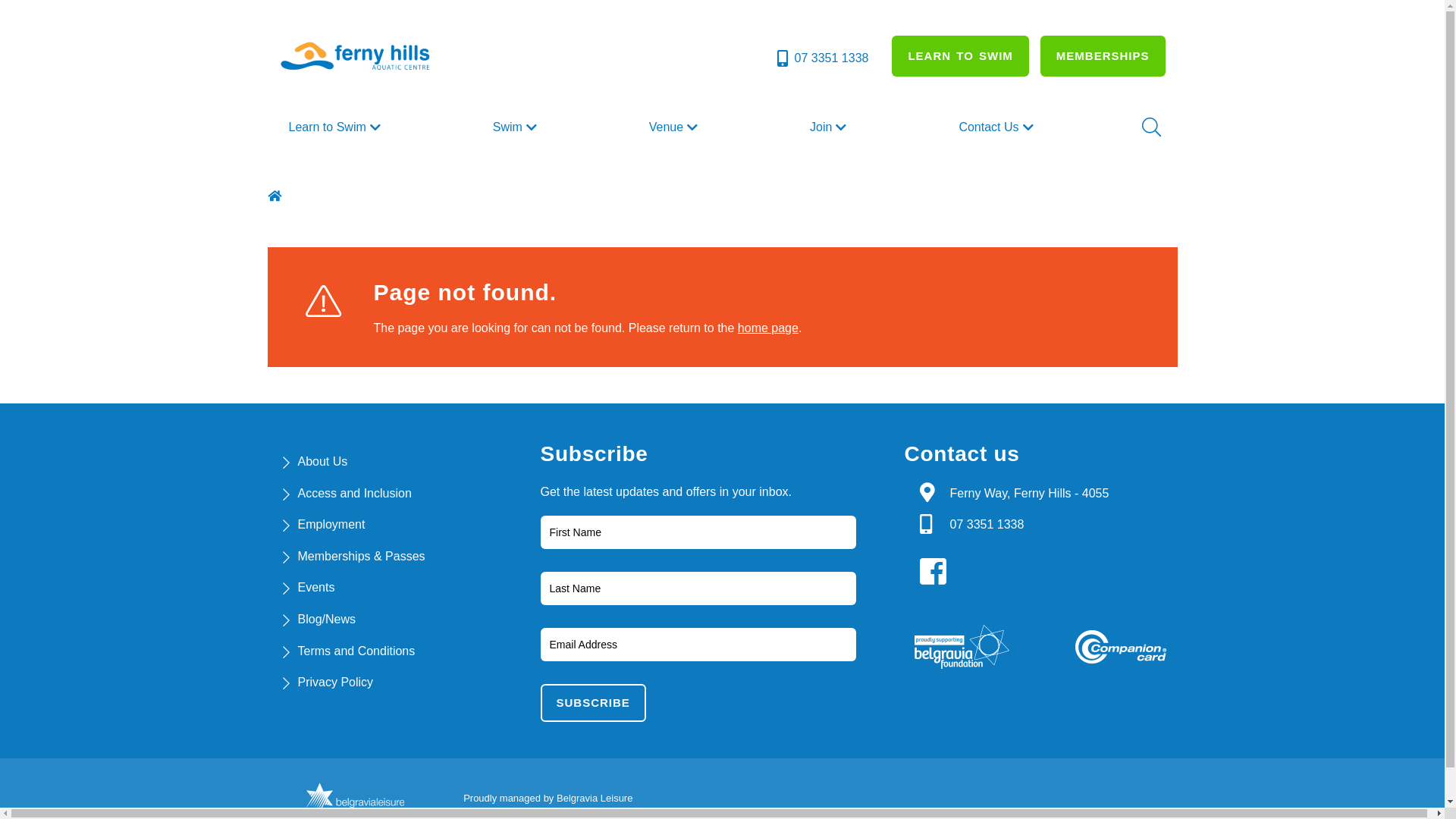 The width and height of the screenshot is (1456, 819). What do you see at coordinates (276, 195) in the screenshot?
I see `' '` at bounding box center [276, 195].